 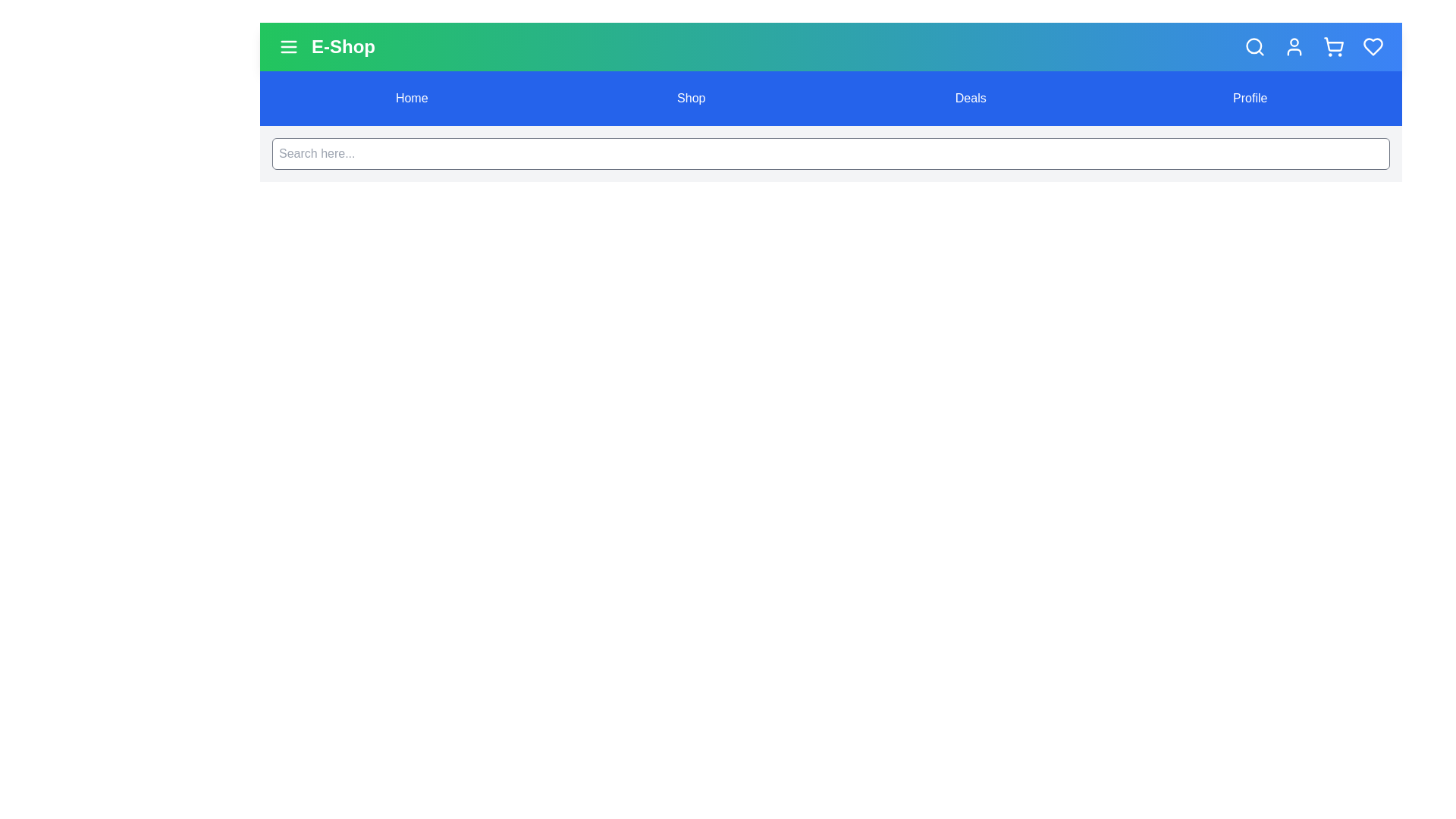 I want to click on the menu option Profile to navigate to the respective section, so click(x=1249, y=99).